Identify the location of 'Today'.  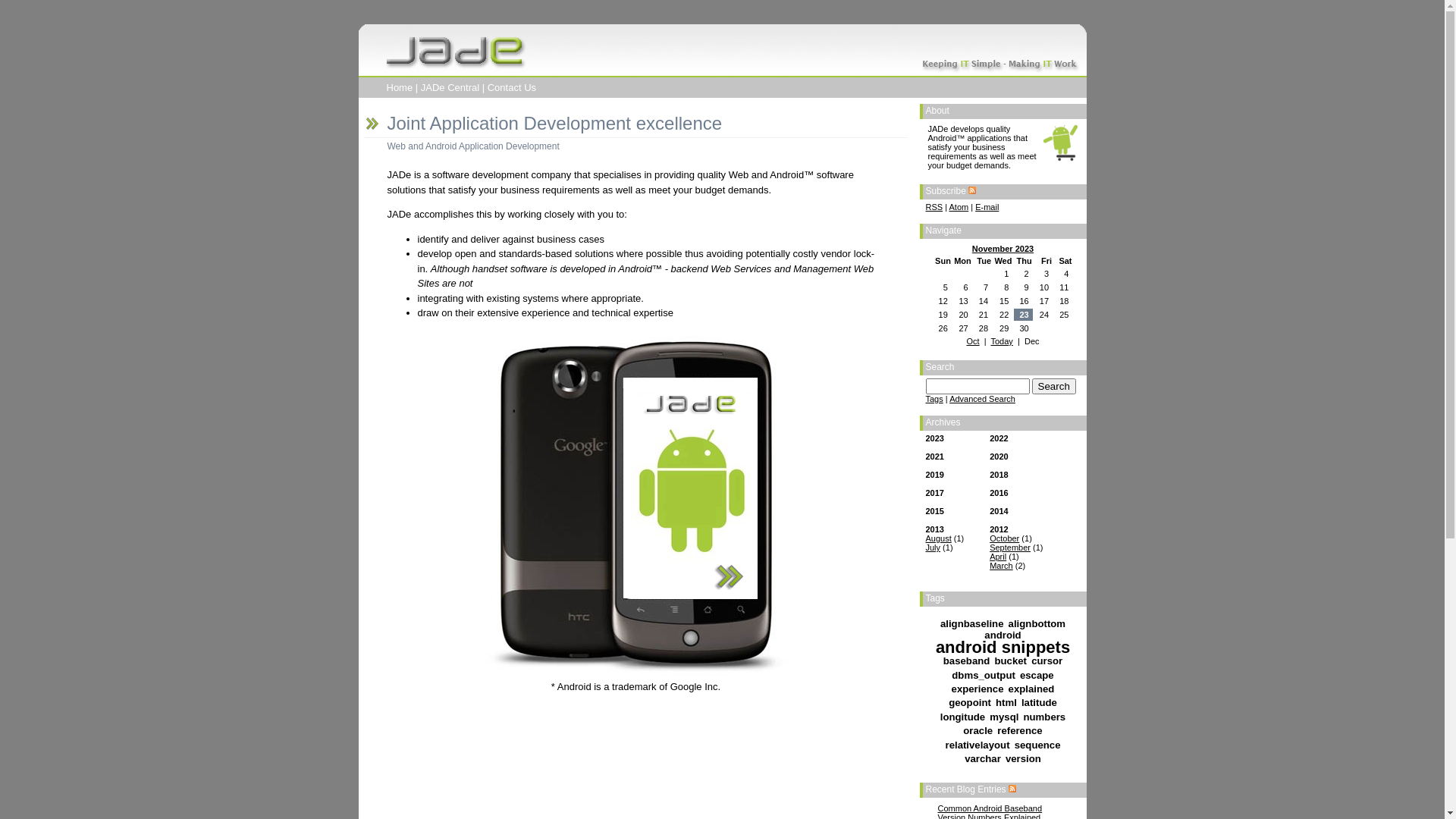
(1001, 341).